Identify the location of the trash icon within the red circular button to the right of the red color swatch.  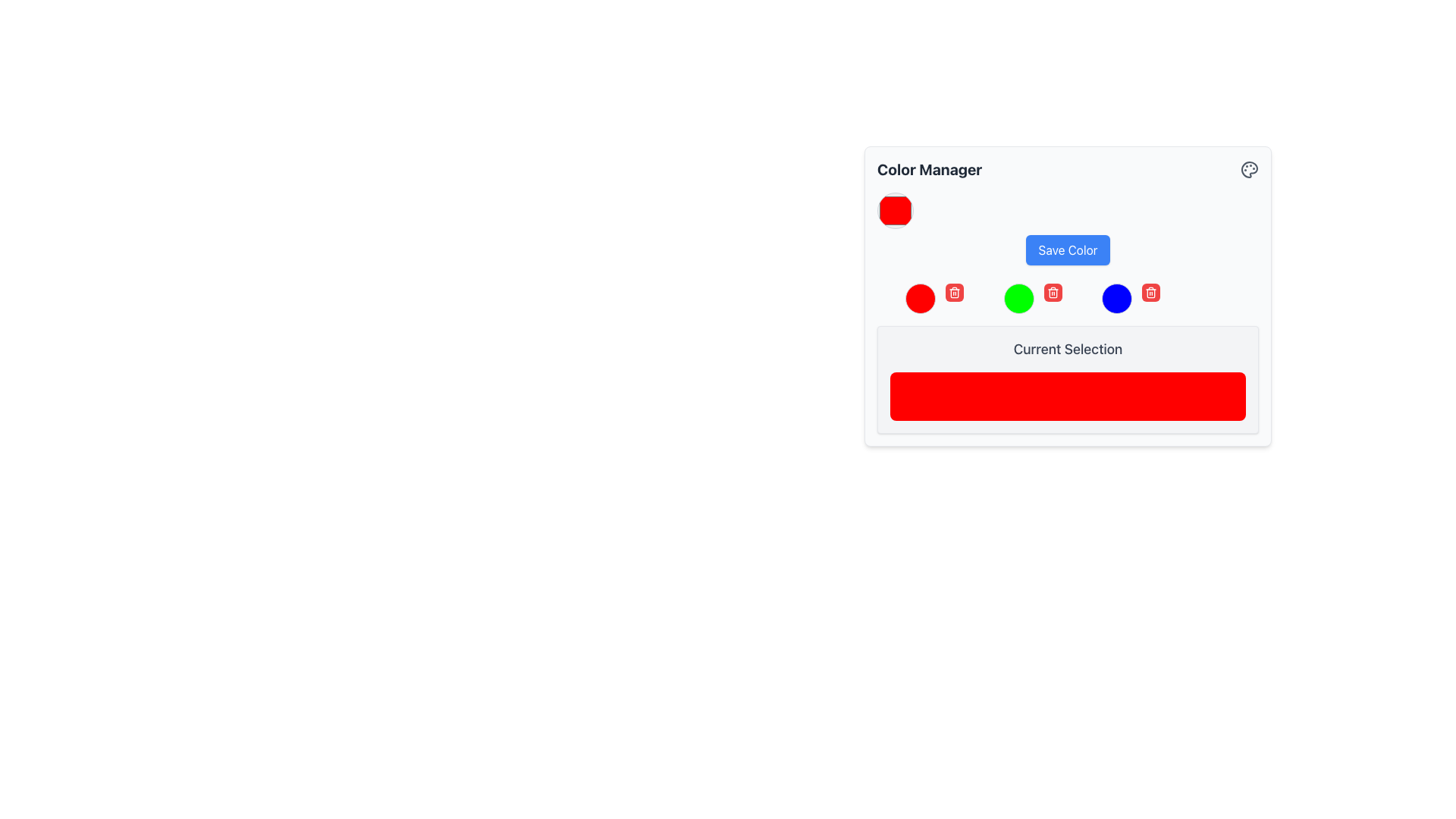
(1052, 292).